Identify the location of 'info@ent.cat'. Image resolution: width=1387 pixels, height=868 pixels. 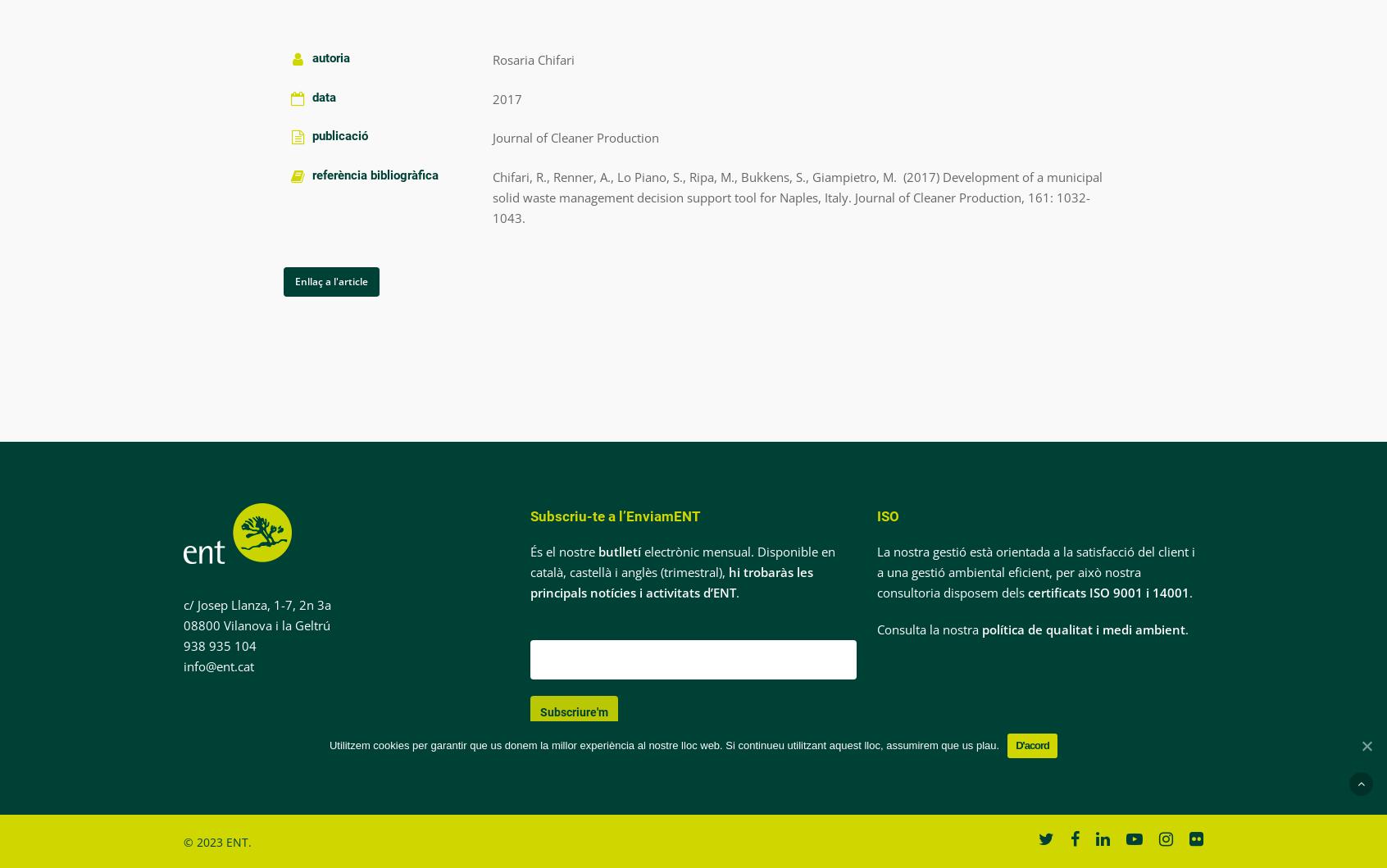
(217, 665).